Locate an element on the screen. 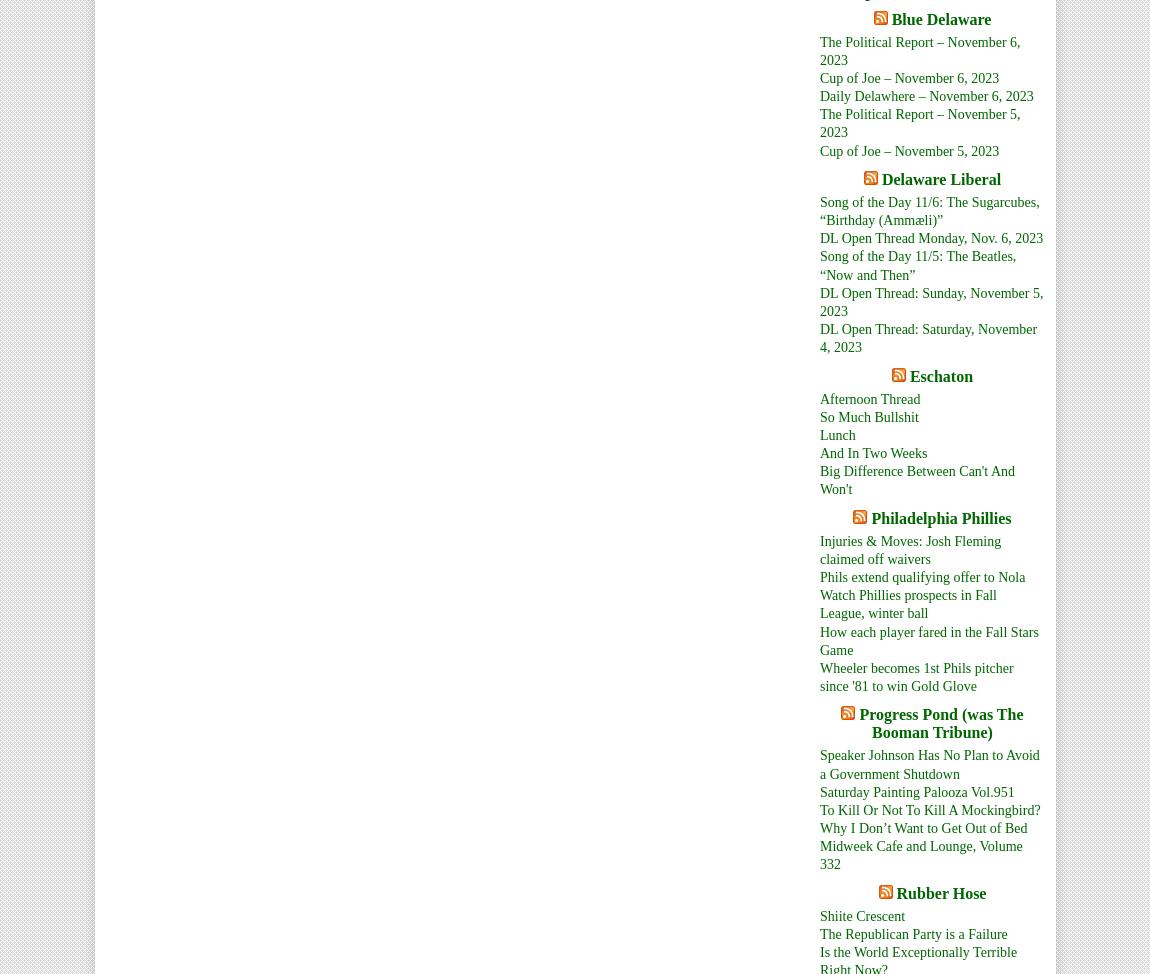 Image resolution: width=1150 pixels, height=974 pixels. 'Saturday Painting Palooza Vol.951' is located at coordinates (917, 790).